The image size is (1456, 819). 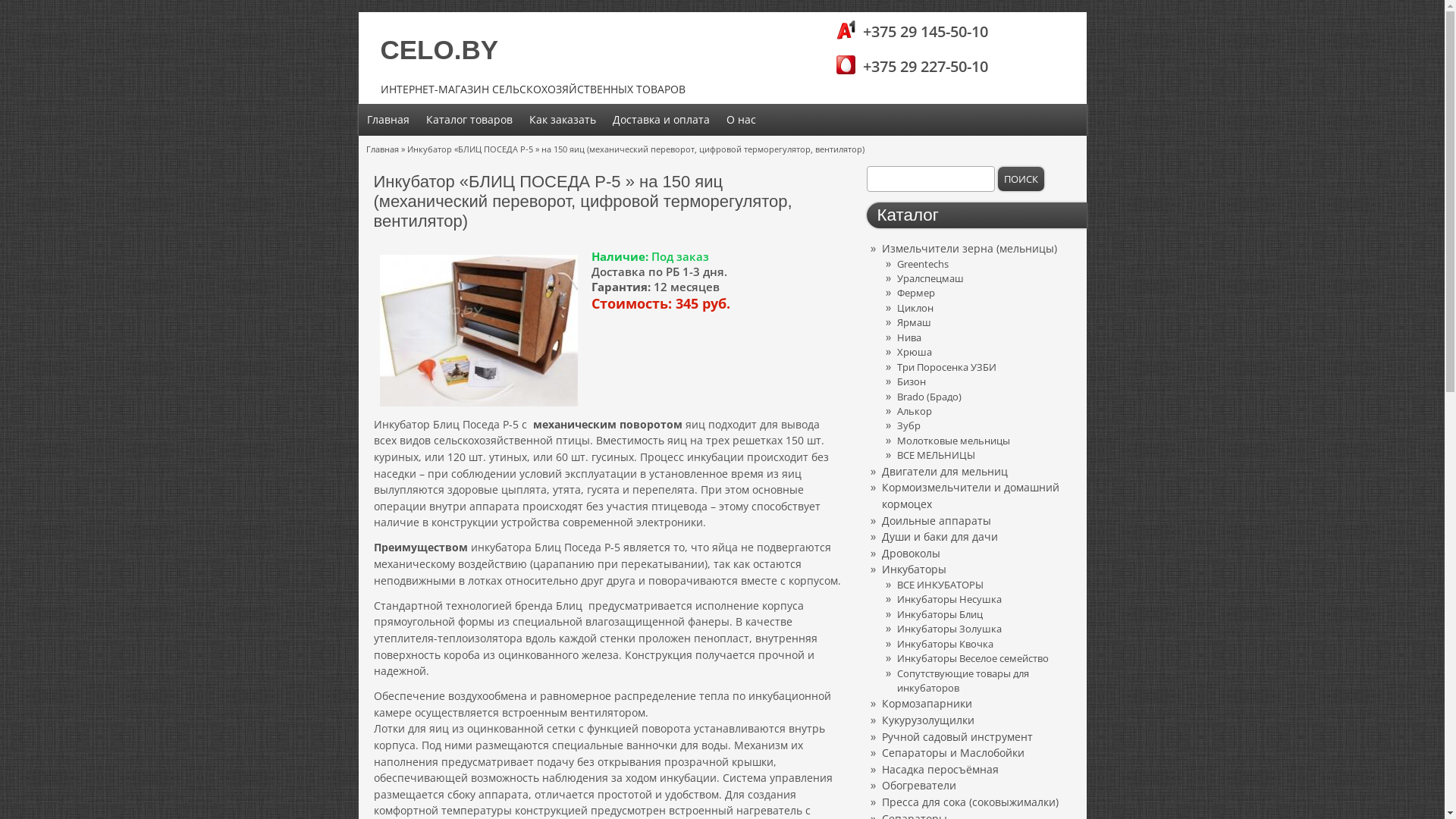 I want to click on '+375 29 145-50-10', so click(x=914, y=32).